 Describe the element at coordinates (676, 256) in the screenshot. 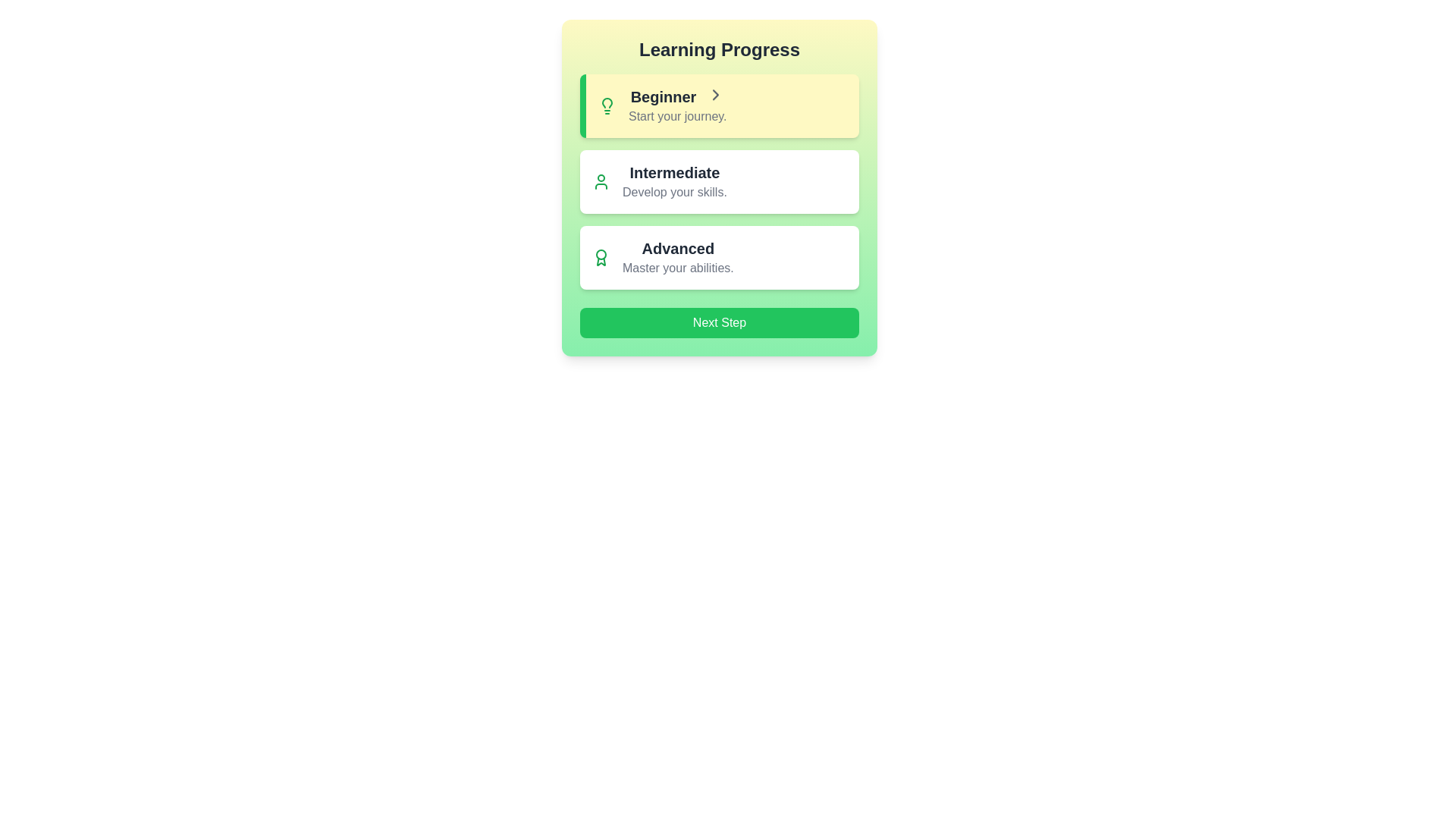

I see `the informational text block related to the Advanced level, which provides an overview of its purpose and usage` at that location.